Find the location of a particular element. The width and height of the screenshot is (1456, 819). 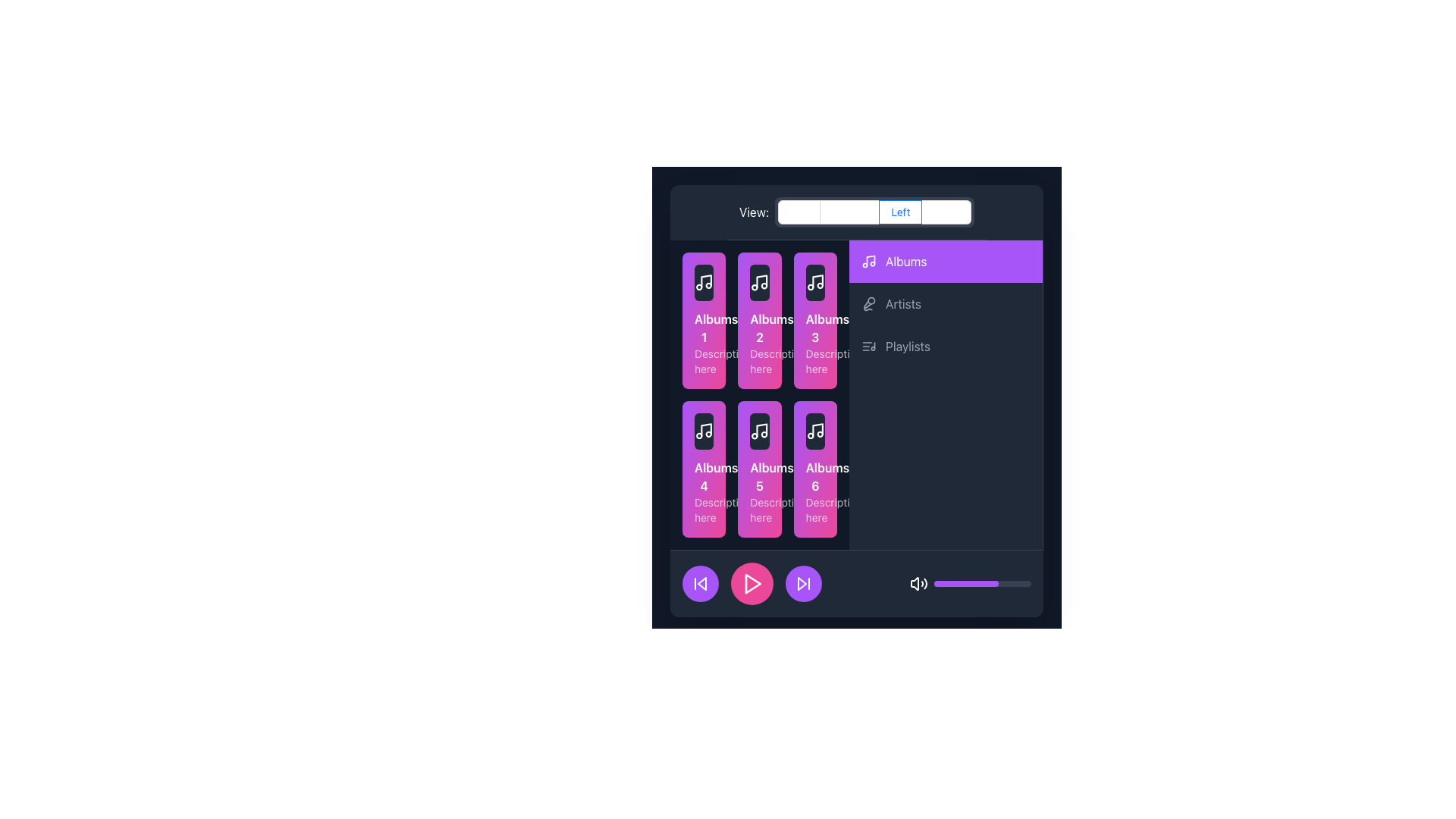

the radio button is located at coordinates (946, 212).